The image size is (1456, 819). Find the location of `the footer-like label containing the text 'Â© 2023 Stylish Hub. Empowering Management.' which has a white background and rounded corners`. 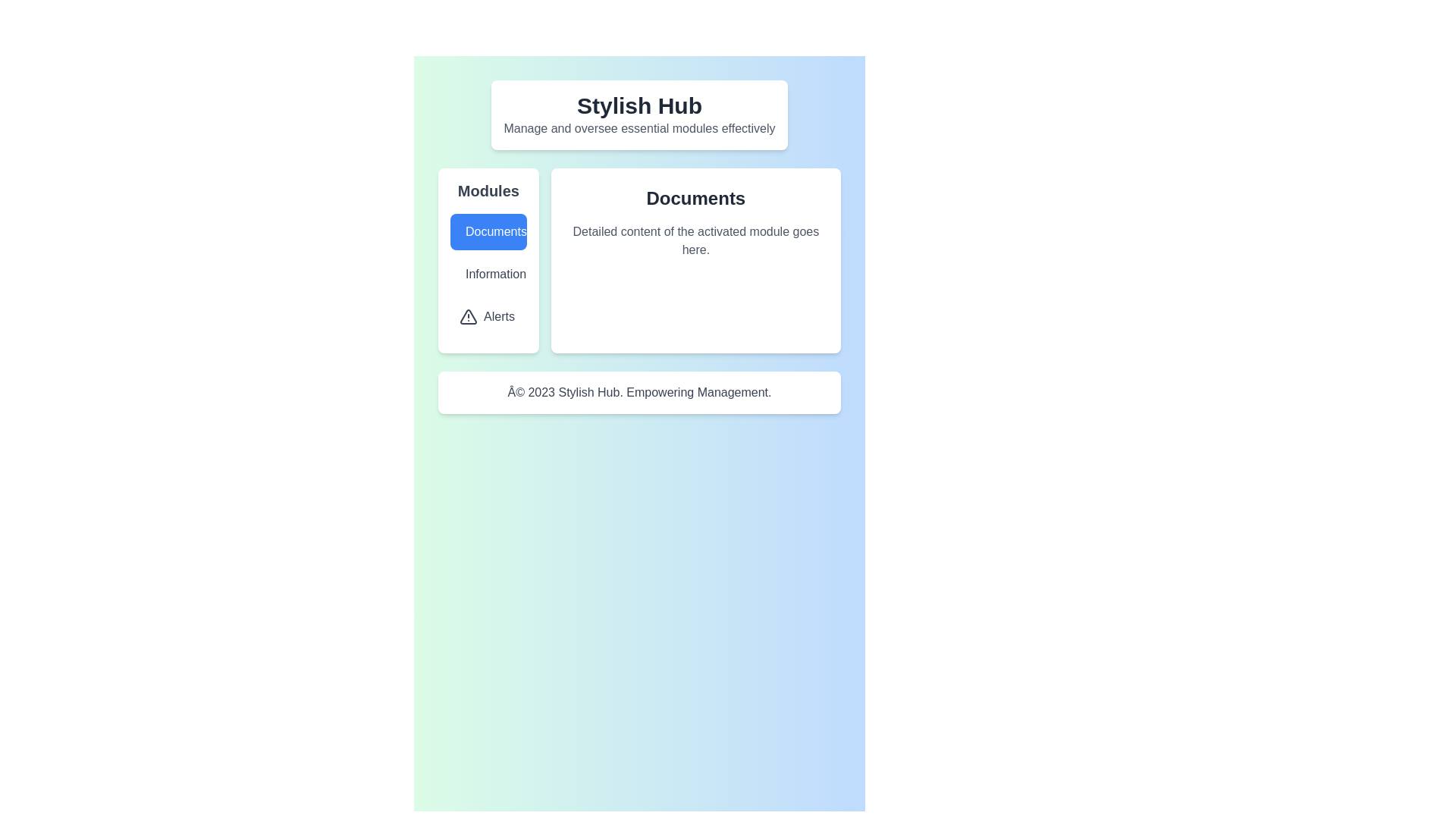

the footer-like label containing the text 'Â© 2023 Stylish Hub. Empowering Management.' which has a white background and rounded corners is located at coordinates (639, 391).